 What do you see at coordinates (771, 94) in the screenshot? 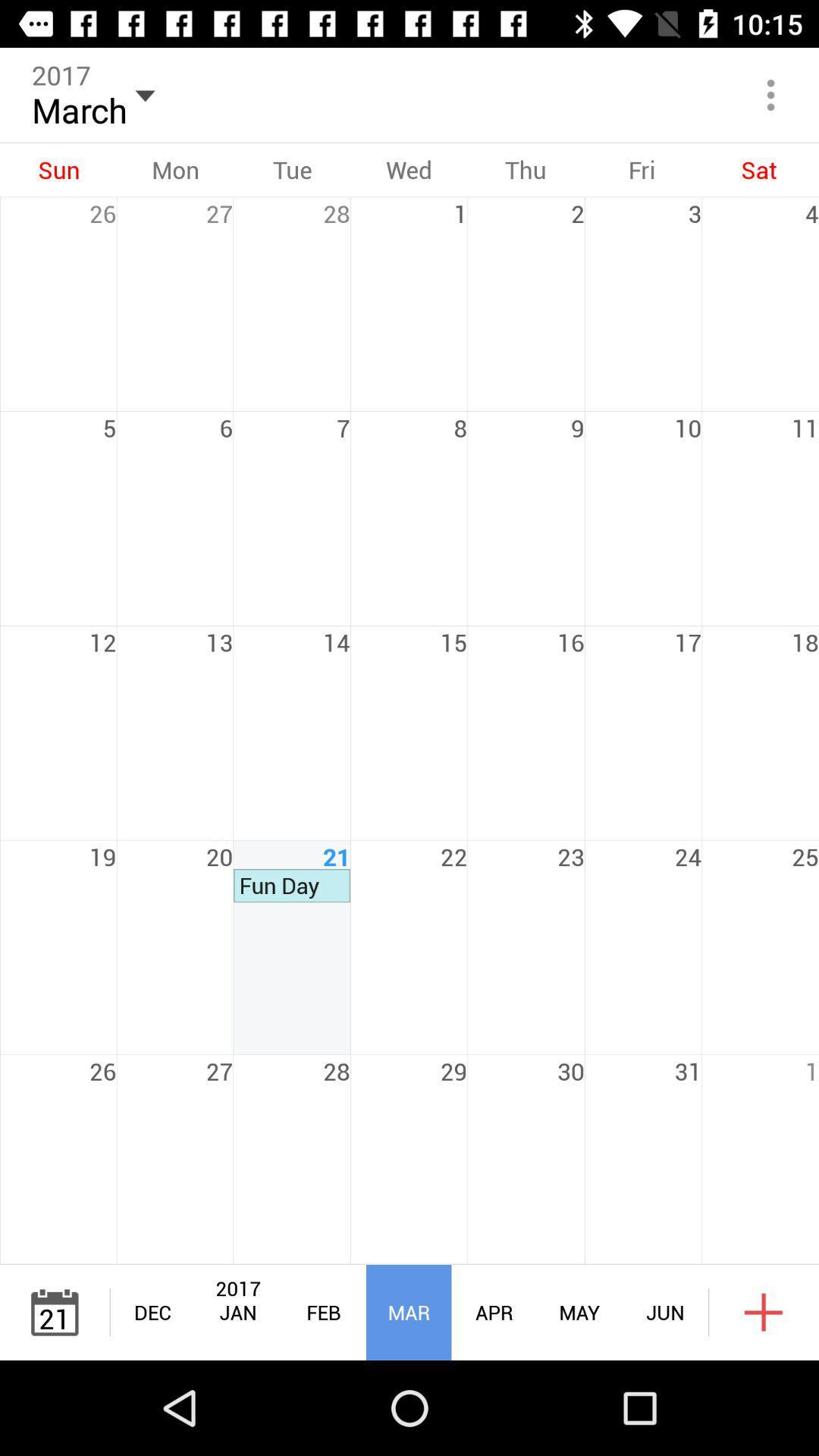
I see `the more icon` at bounding box center [771, 94].